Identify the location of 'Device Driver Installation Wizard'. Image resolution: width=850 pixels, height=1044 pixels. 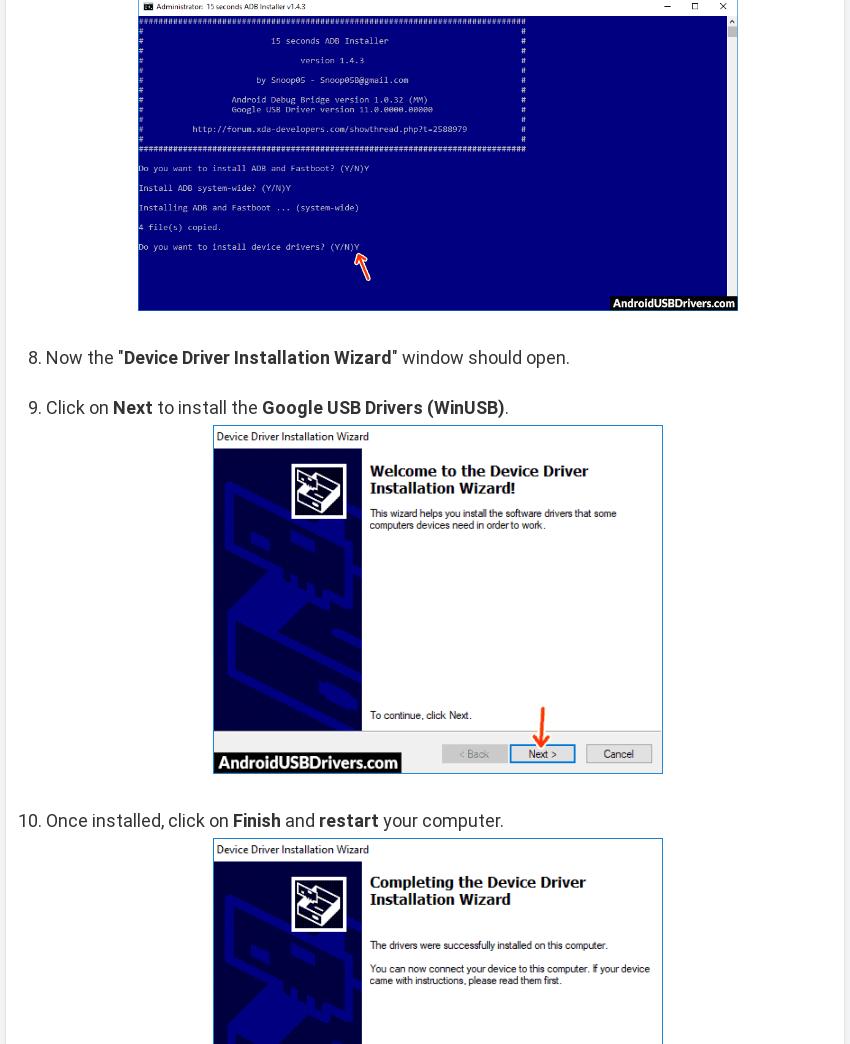
(123, 356).